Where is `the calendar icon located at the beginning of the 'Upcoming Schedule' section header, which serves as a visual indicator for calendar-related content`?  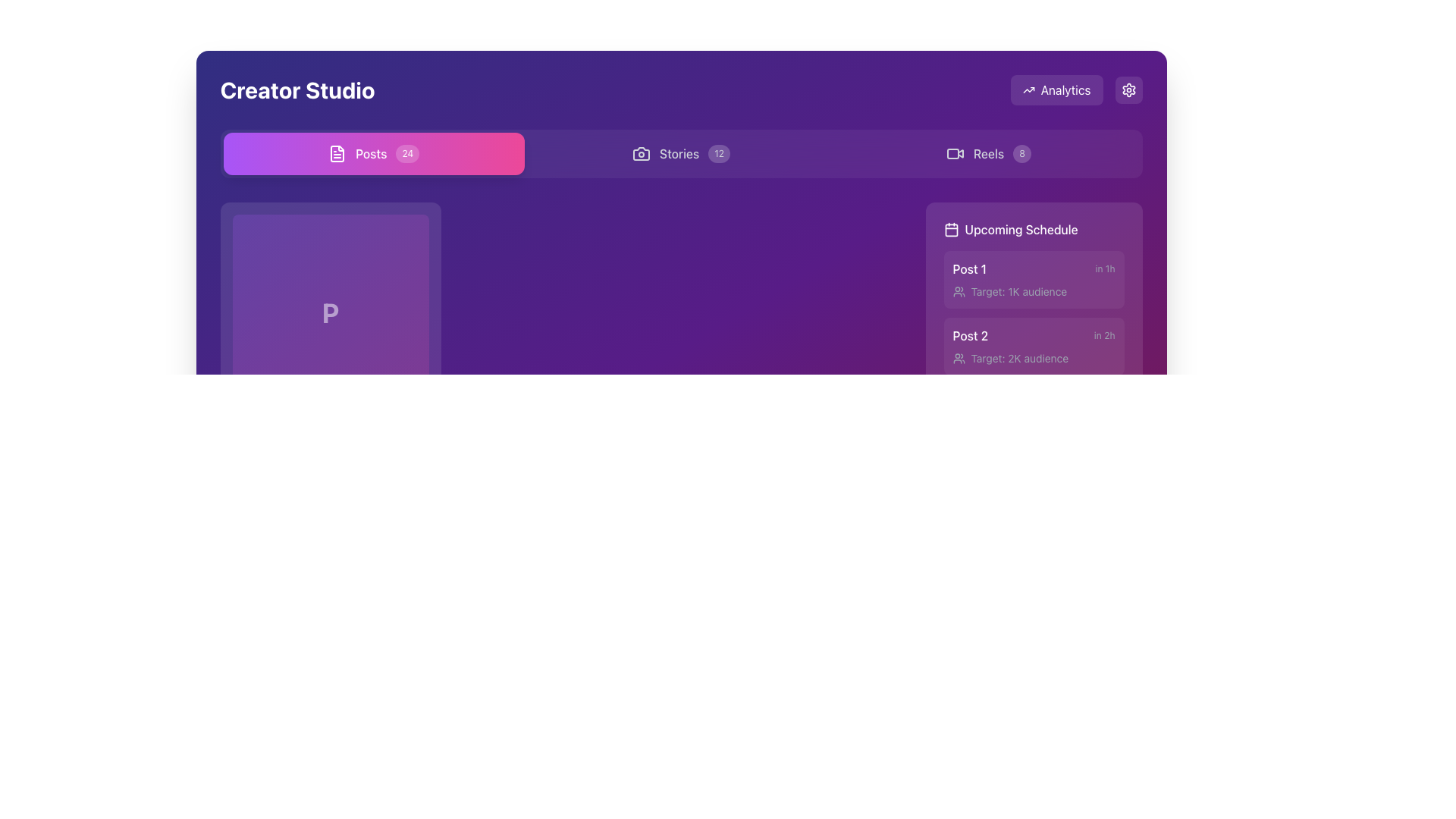
the calendar icon located at the beginning of the 'Upcoming Schedule' section header, which serves as a visual indicator for calendar-related content is located at coordinates (950, 230).